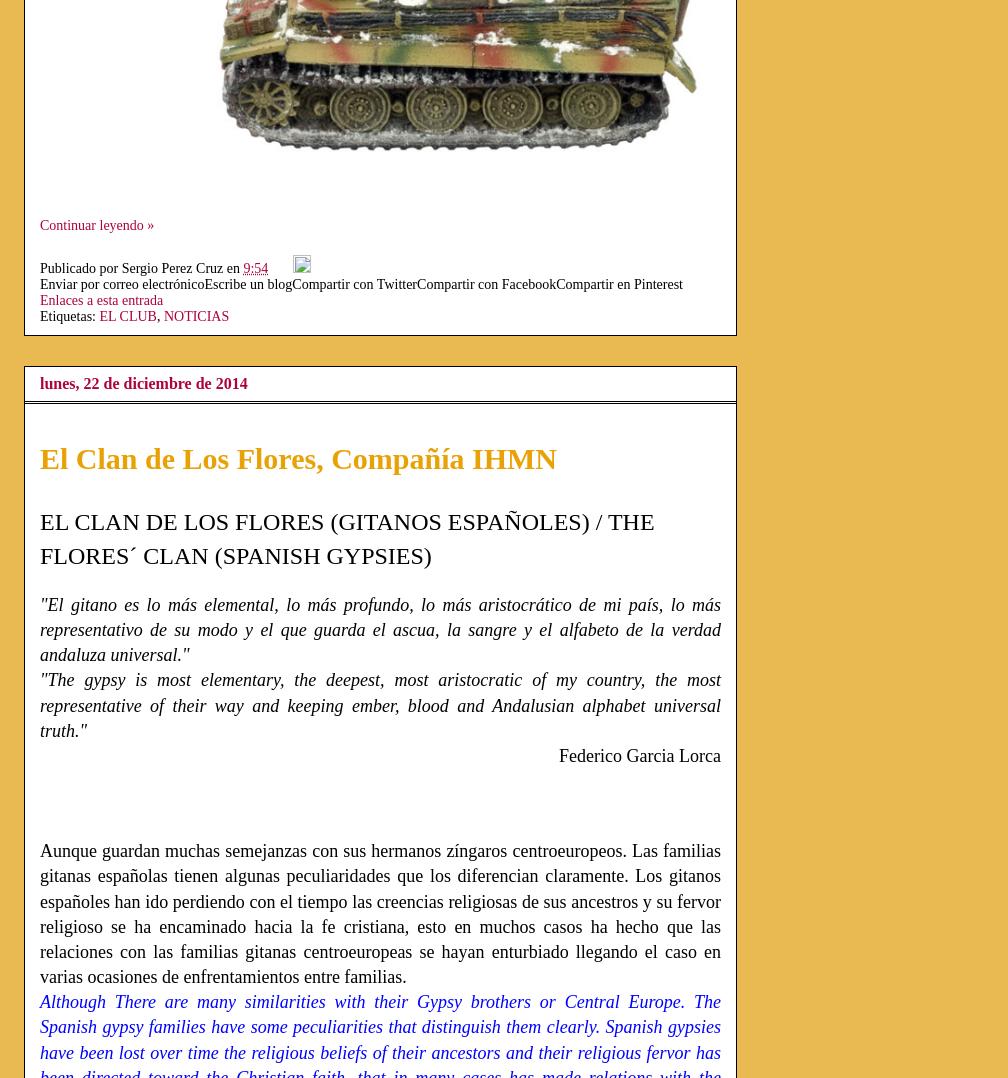 The width and height of the screenshot is (1008, 1078). Describe the element at coordinates (121, 284) in the screenshot. I see `'Enviar por correo electrónico'` at that location.